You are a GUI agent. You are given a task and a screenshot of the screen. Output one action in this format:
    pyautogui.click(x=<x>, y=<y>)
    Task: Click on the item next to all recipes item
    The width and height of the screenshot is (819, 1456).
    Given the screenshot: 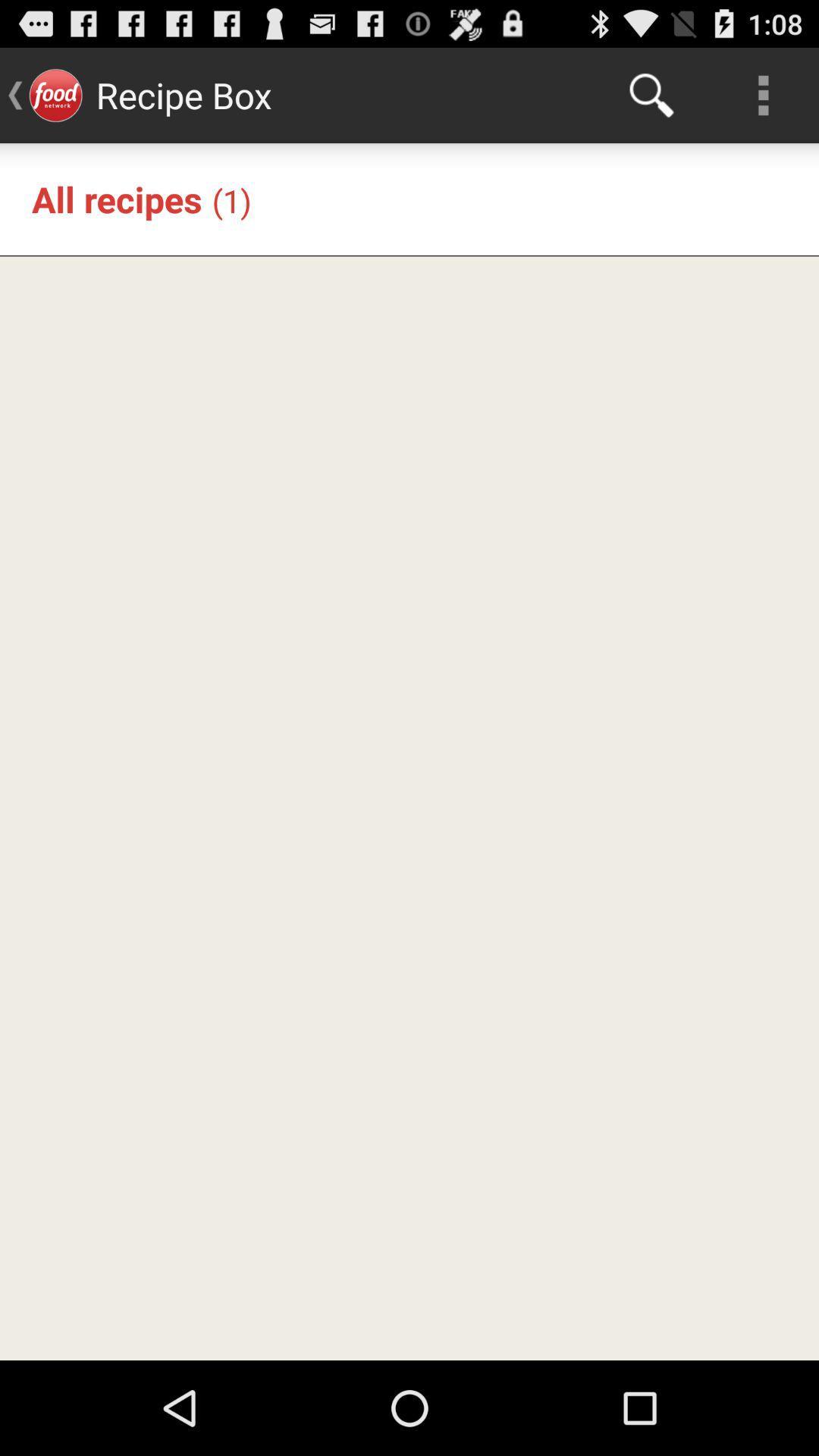 What is the action you would take?
    pyautogui.click(x=231, y=199)
    